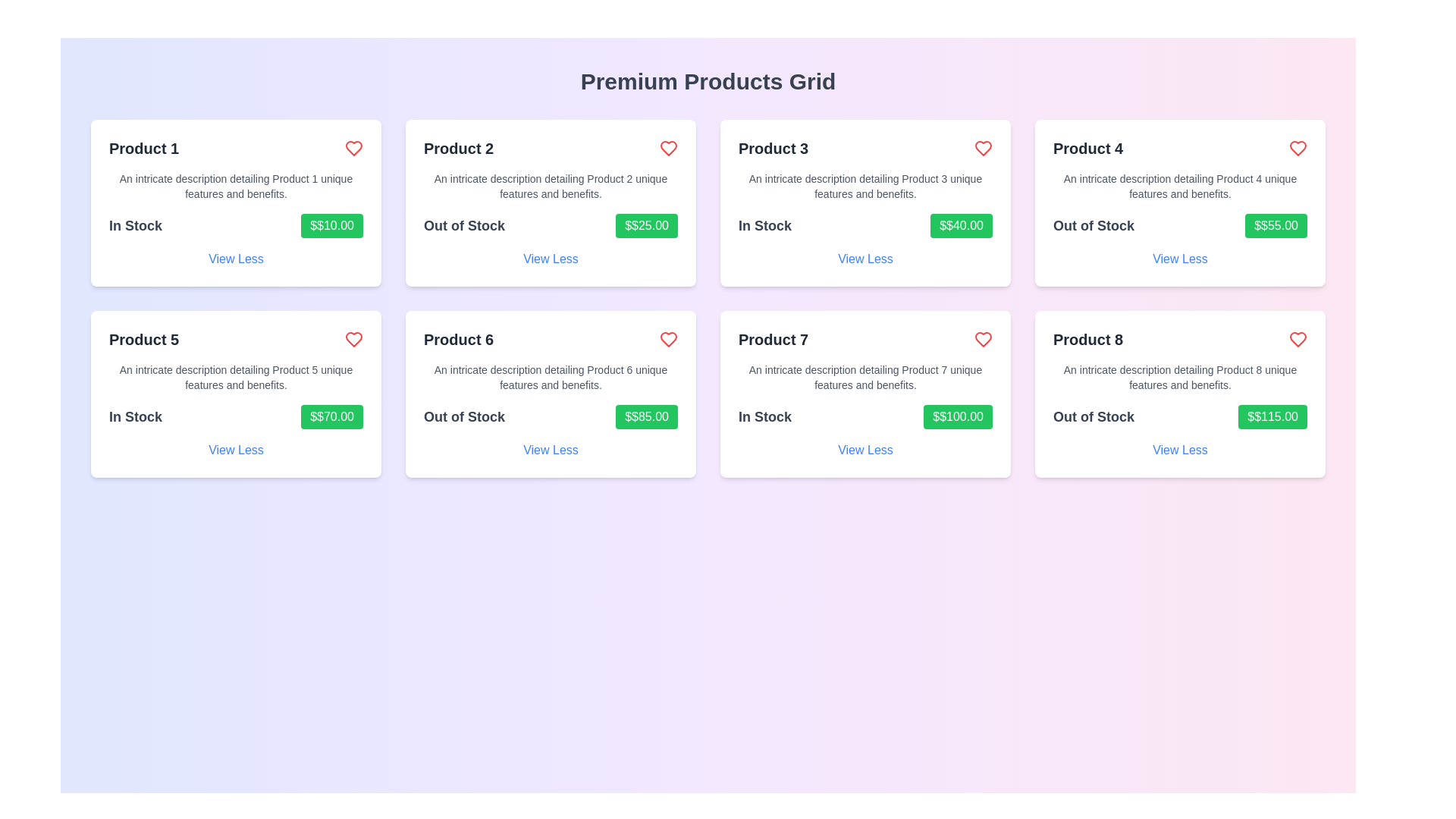 The image size is (1456, 819). What do you see at coordinates (135, 417) in the screenshot?
I see `the availability status Text label within the details section of the 'Product 5' card, which is positioned before the green button displaying the cost` at bounding box center [135, 417].